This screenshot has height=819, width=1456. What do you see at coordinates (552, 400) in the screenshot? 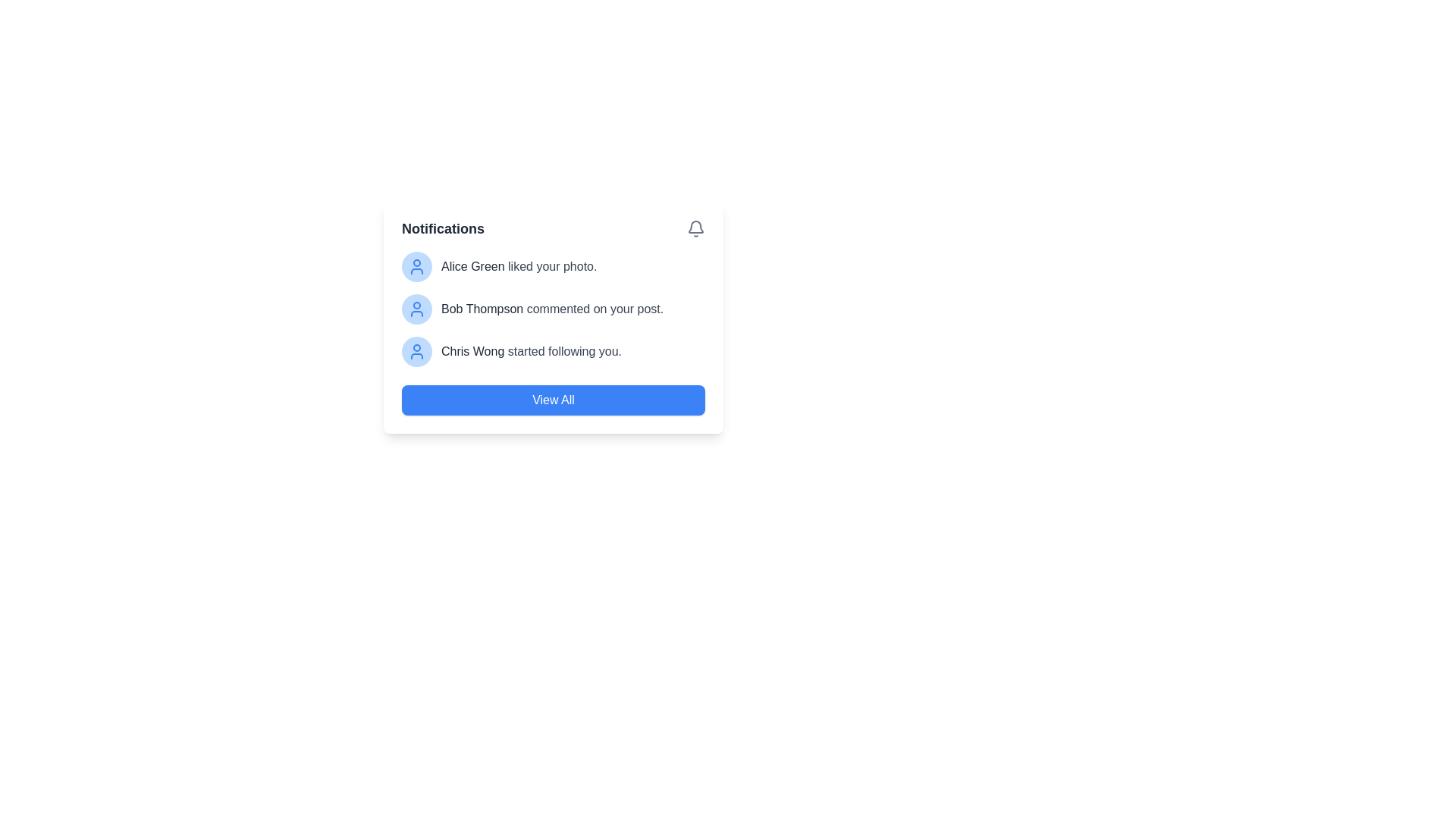
I see `the button at the bottom of the notification panel` at bounding box center [552, 400].